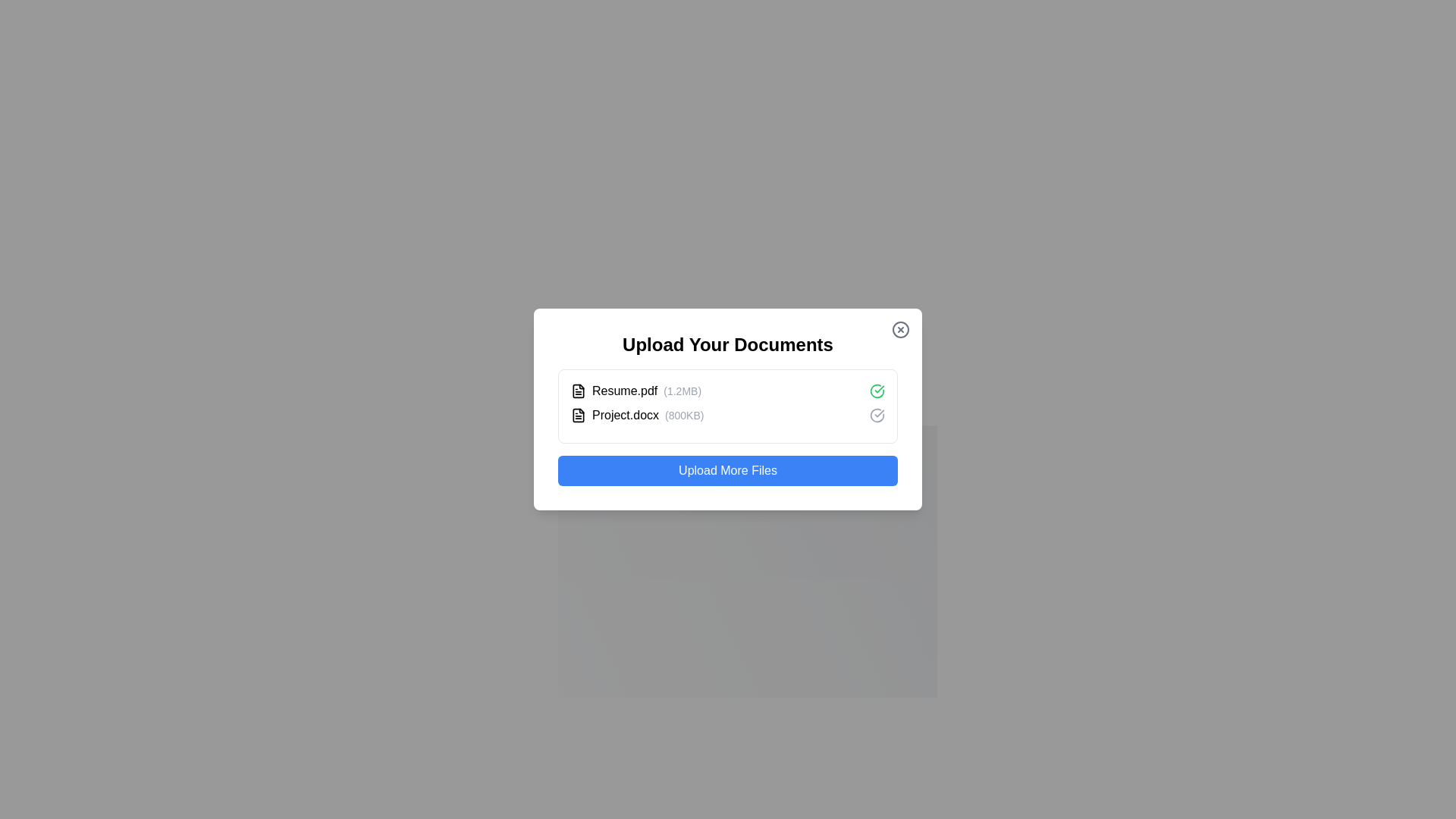 This screenshot has width=1456, height=819. What do you see at coordinates (877, 415) in the screenshot?
I see `the circular icon with a gray border and a checkmark inside, which represents a confirmation indicator, located in the last column of the second row in the modal dialog aligned with 'Project.docx (800KB)'` at bounding box center [877, 415].